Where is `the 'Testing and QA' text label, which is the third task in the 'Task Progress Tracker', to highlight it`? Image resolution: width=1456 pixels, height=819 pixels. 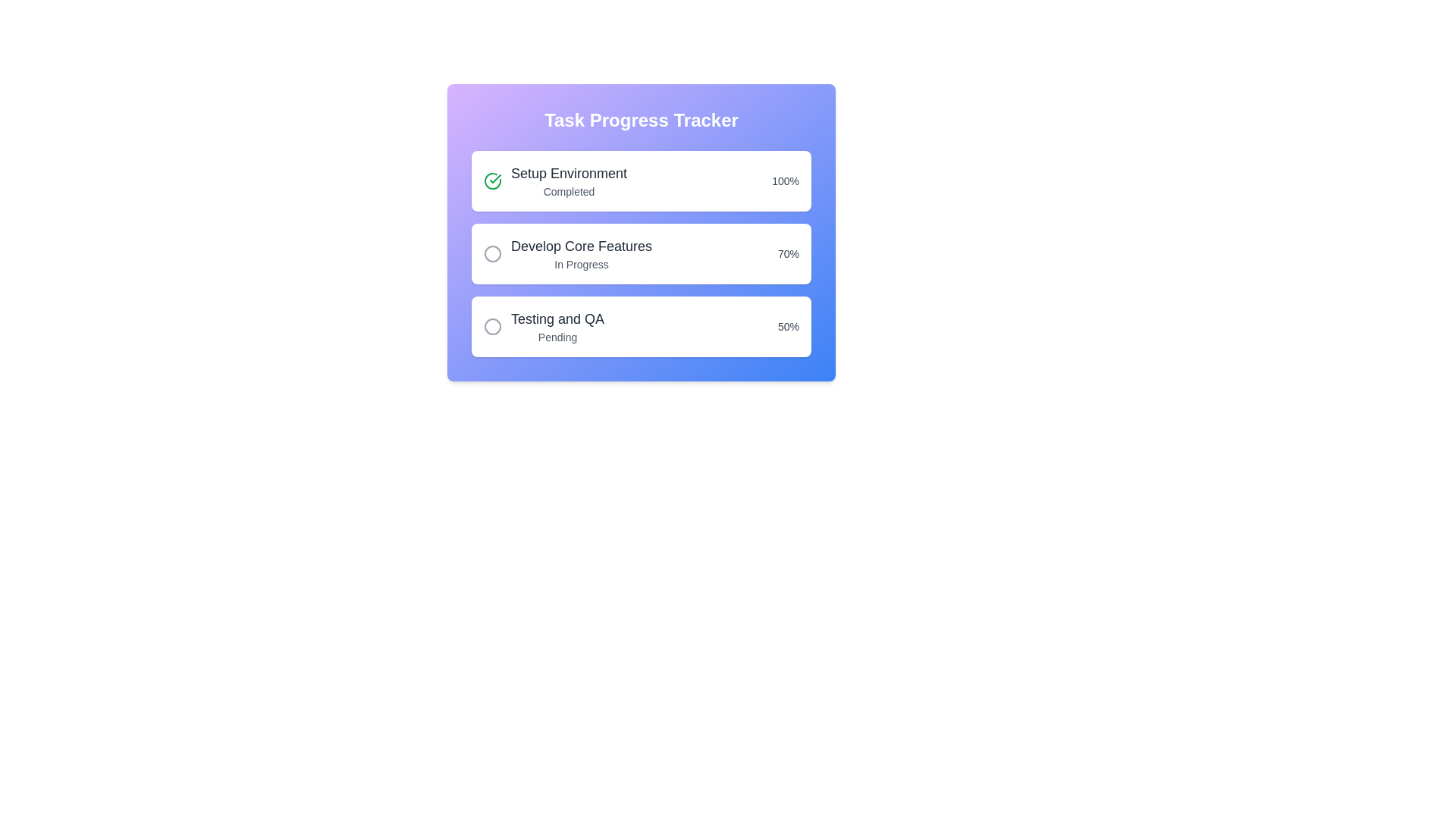 the 'Testing and QA' text label, which is the third task in the 'Task Progress Tracker', to highlight it is located at coordinates (557, 326).